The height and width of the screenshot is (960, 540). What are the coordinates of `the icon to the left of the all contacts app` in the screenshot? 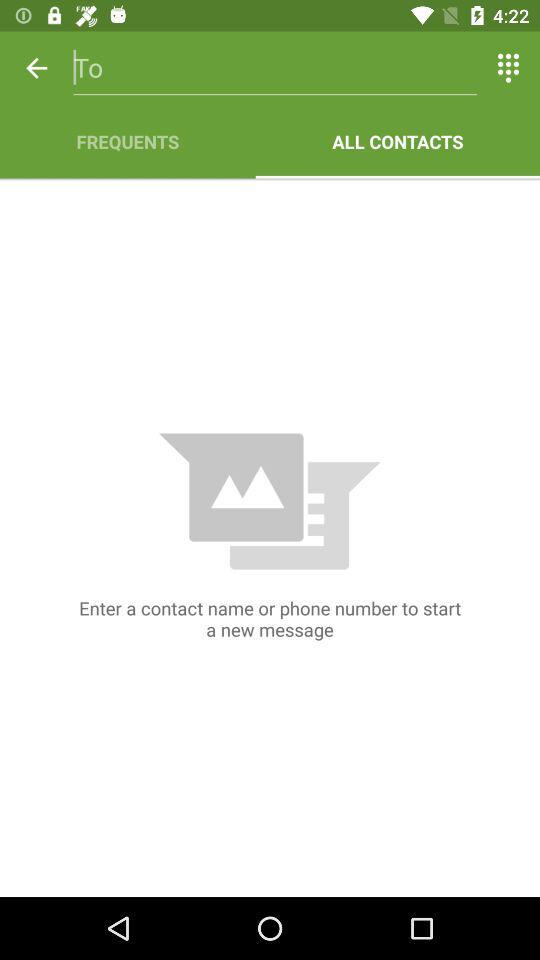 It's located at (127, 140).